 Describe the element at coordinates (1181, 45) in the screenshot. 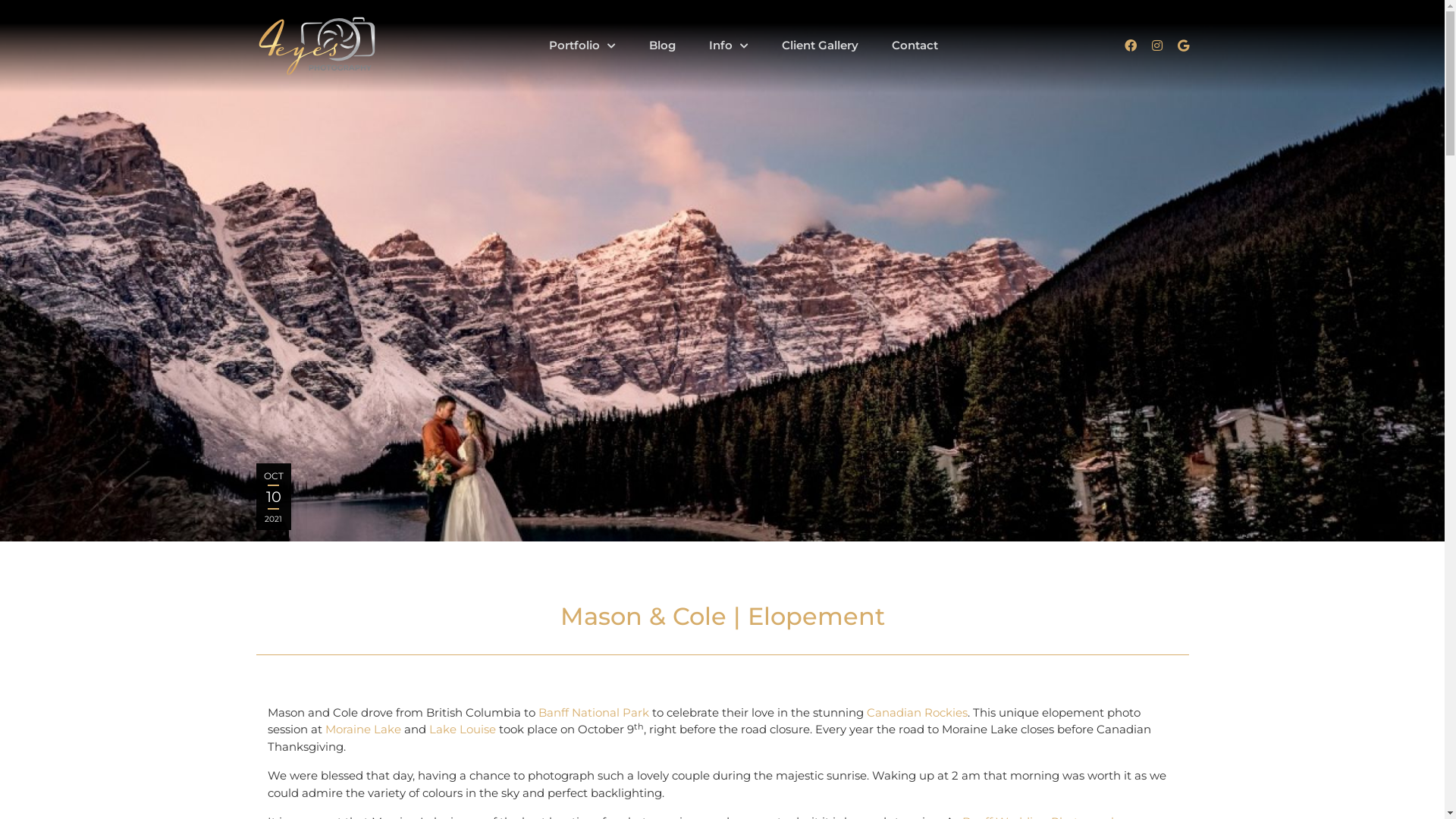

I see `'Google'` at that location.